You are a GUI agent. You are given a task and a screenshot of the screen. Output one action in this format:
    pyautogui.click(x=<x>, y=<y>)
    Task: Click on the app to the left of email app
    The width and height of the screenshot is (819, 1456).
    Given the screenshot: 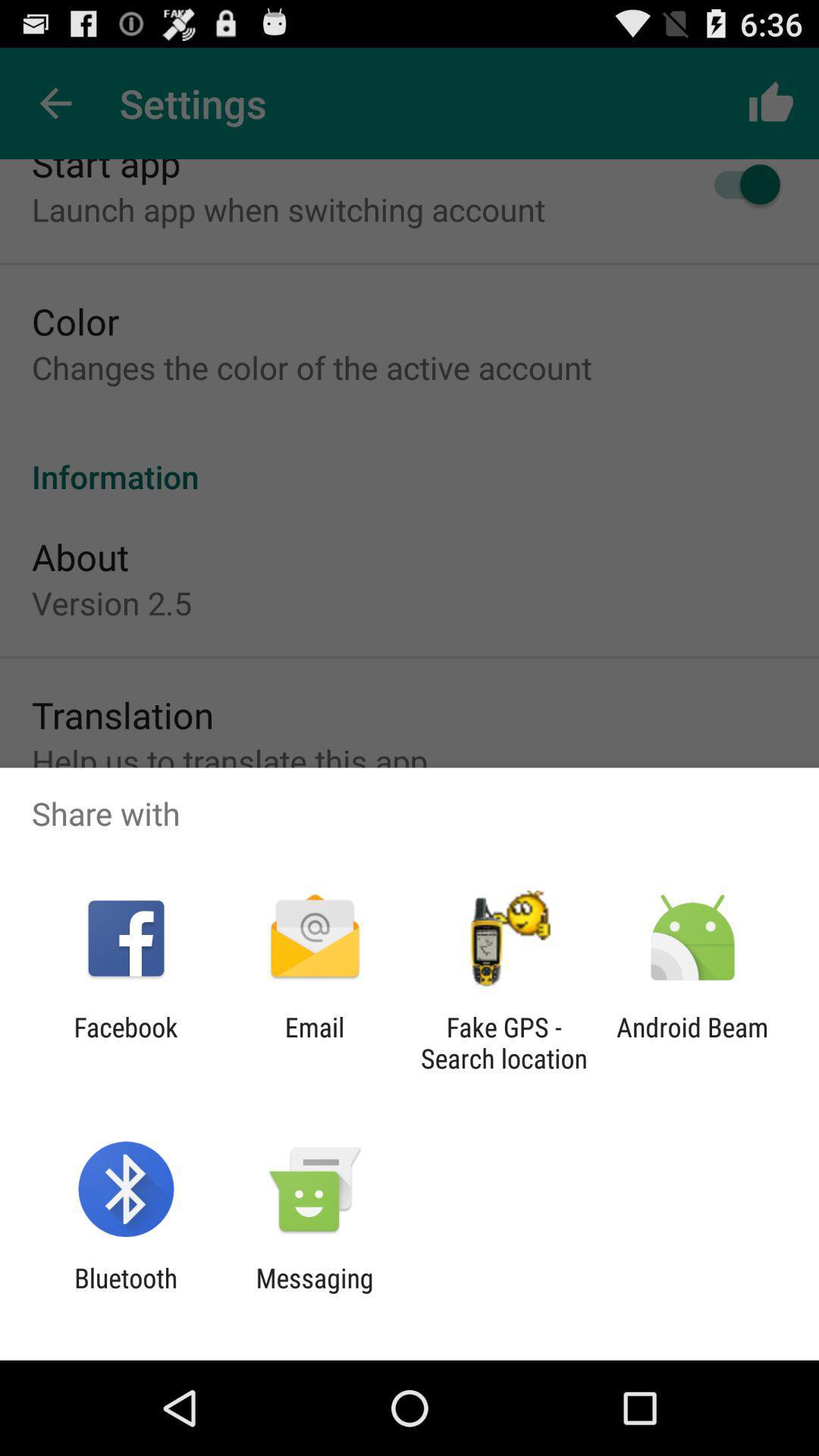 What is the action you would take?
    pyautogui.click(x=125, y=1042)
    